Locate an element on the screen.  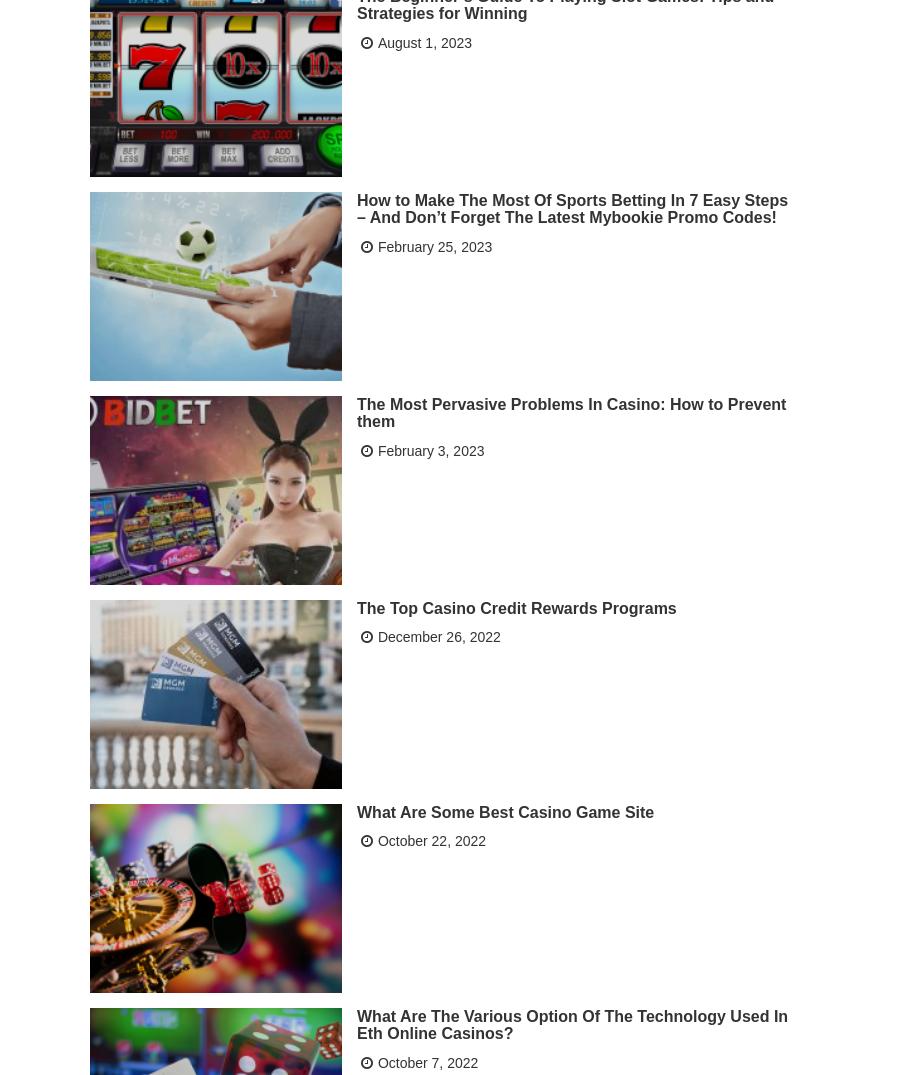
'What Are The Various Option Of The Technology Used In Eth Online Casinos?' is located at coordinates (572, 1022).